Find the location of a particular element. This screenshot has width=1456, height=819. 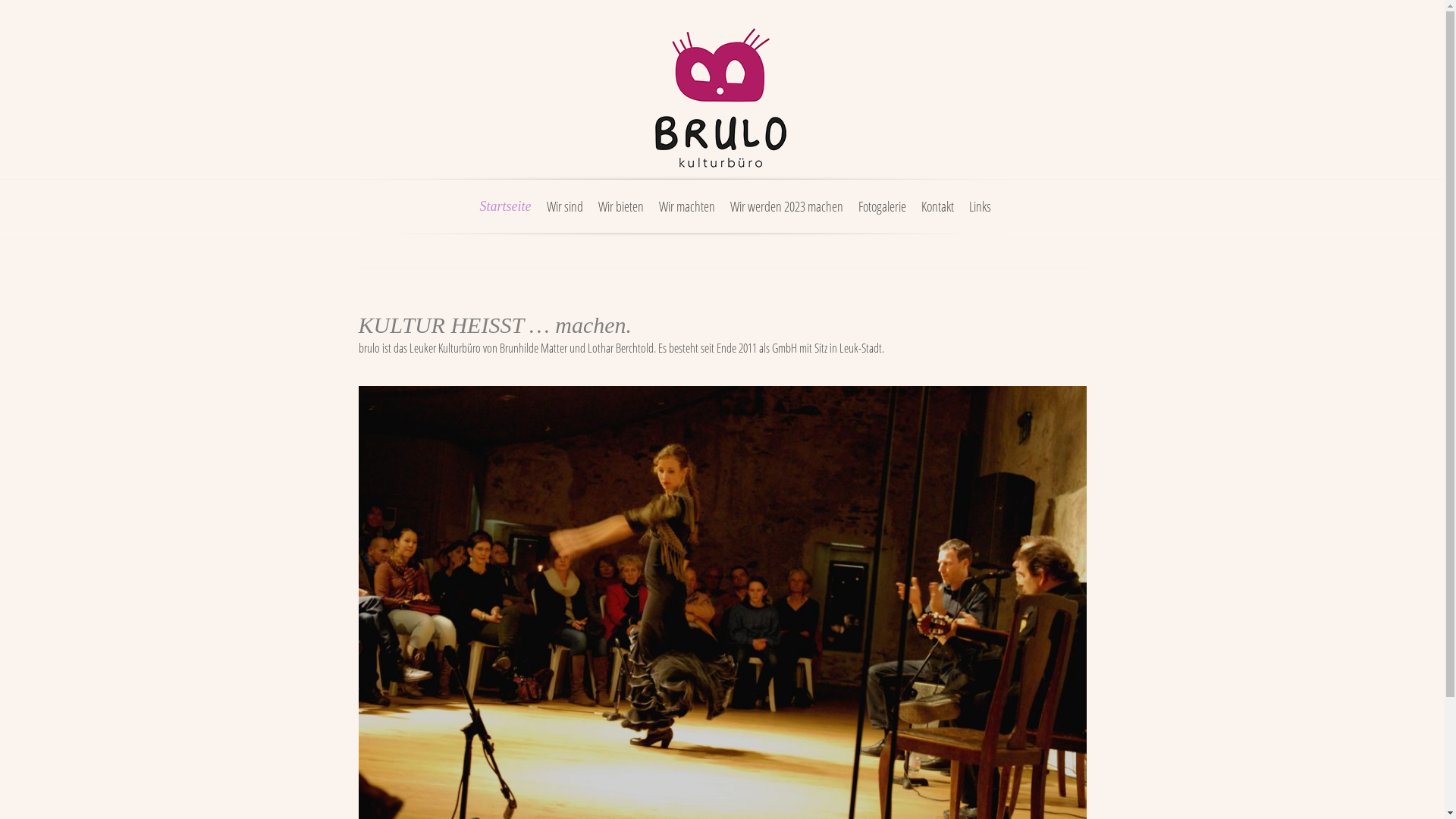

'Wir werden 2023 machen' is located at coordinates (786, 215).